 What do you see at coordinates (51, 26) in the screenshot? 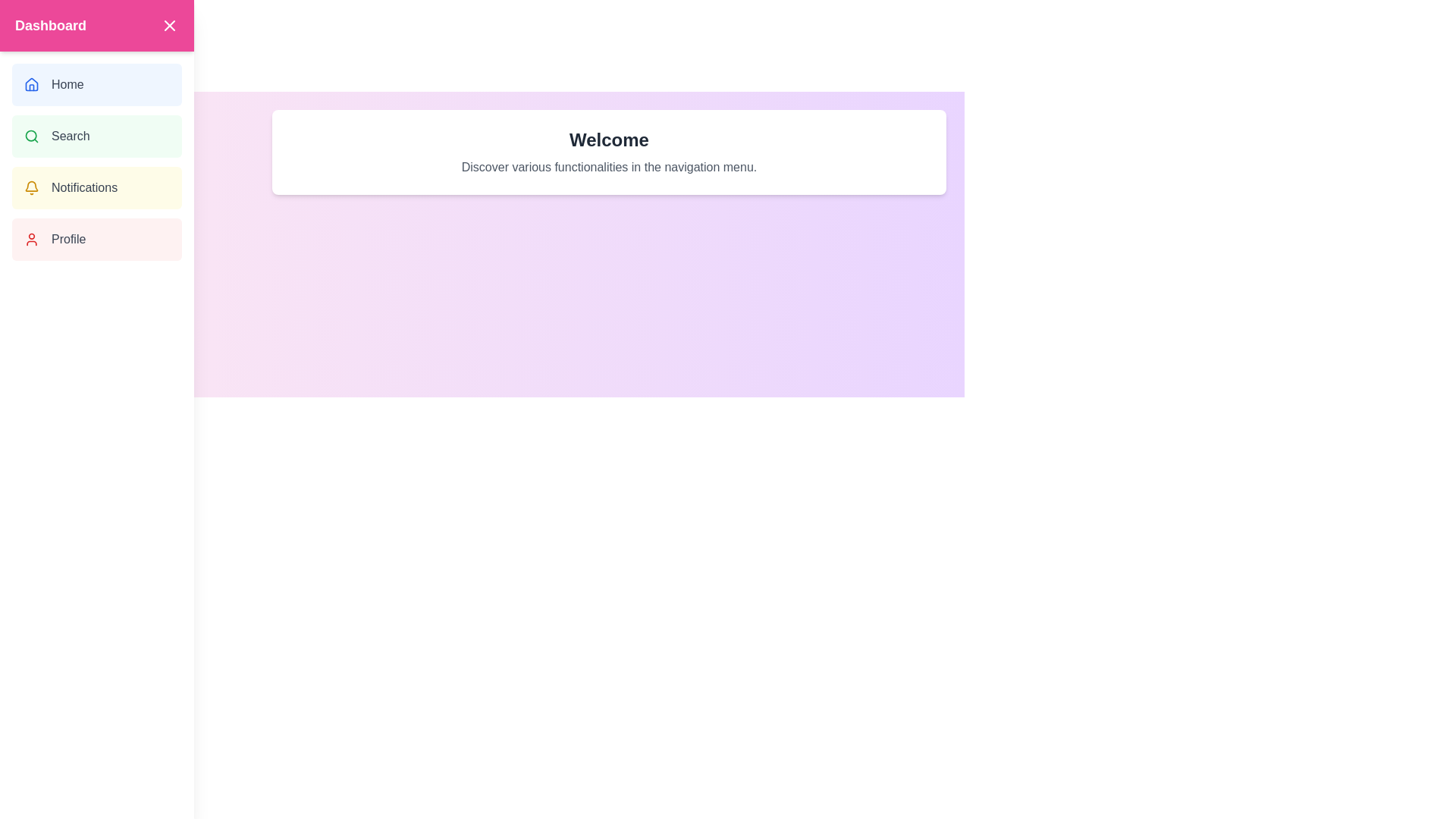
I see `text label displaying 'Dashboard' which is styled in bold and located on a pink background bar at the top of the sidebar interface` at bounding box center [51, 26].